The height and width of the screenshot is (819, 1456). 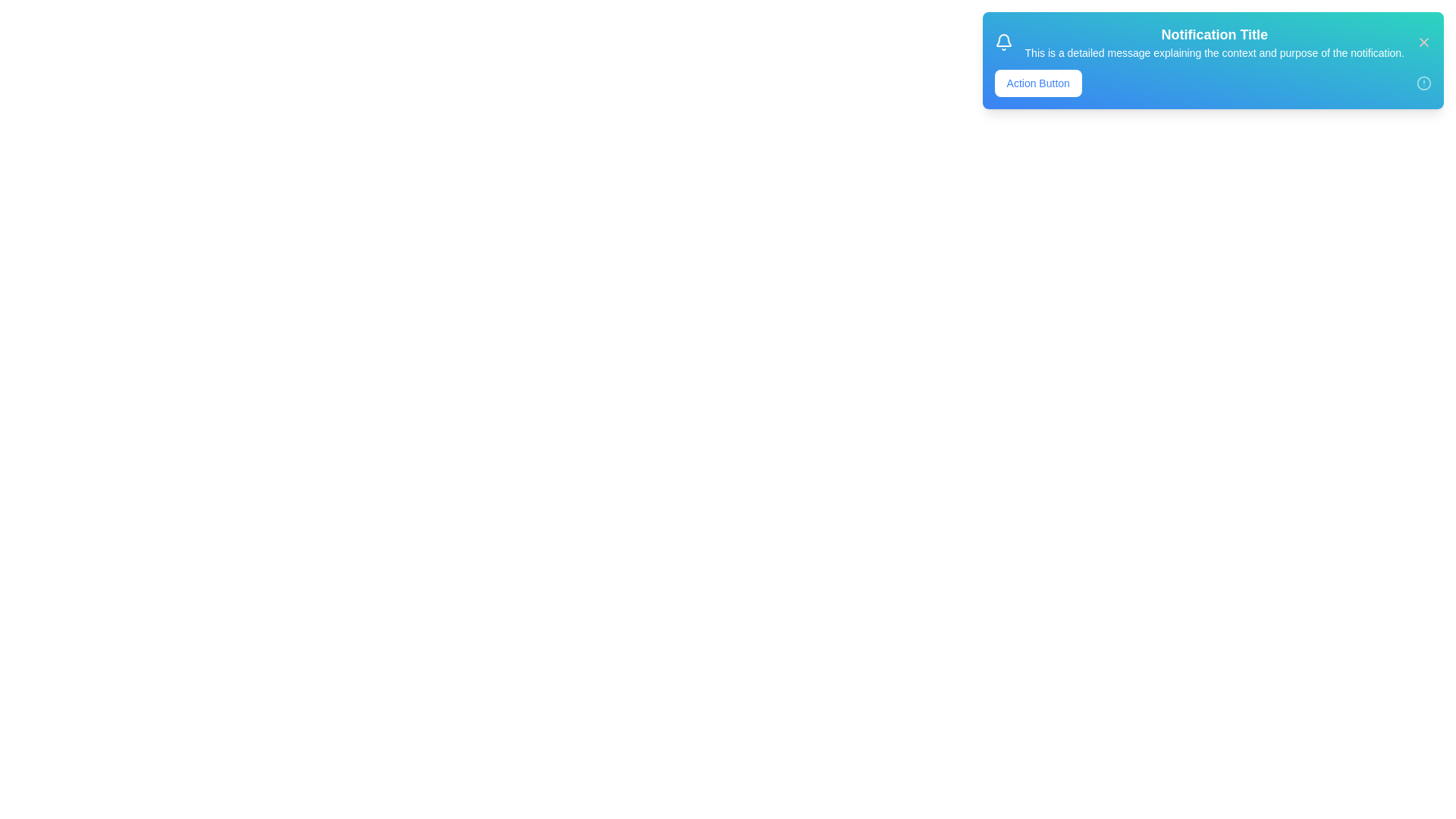 I want to click on the text of the title and message for copying, so click(x=1024, y=24).